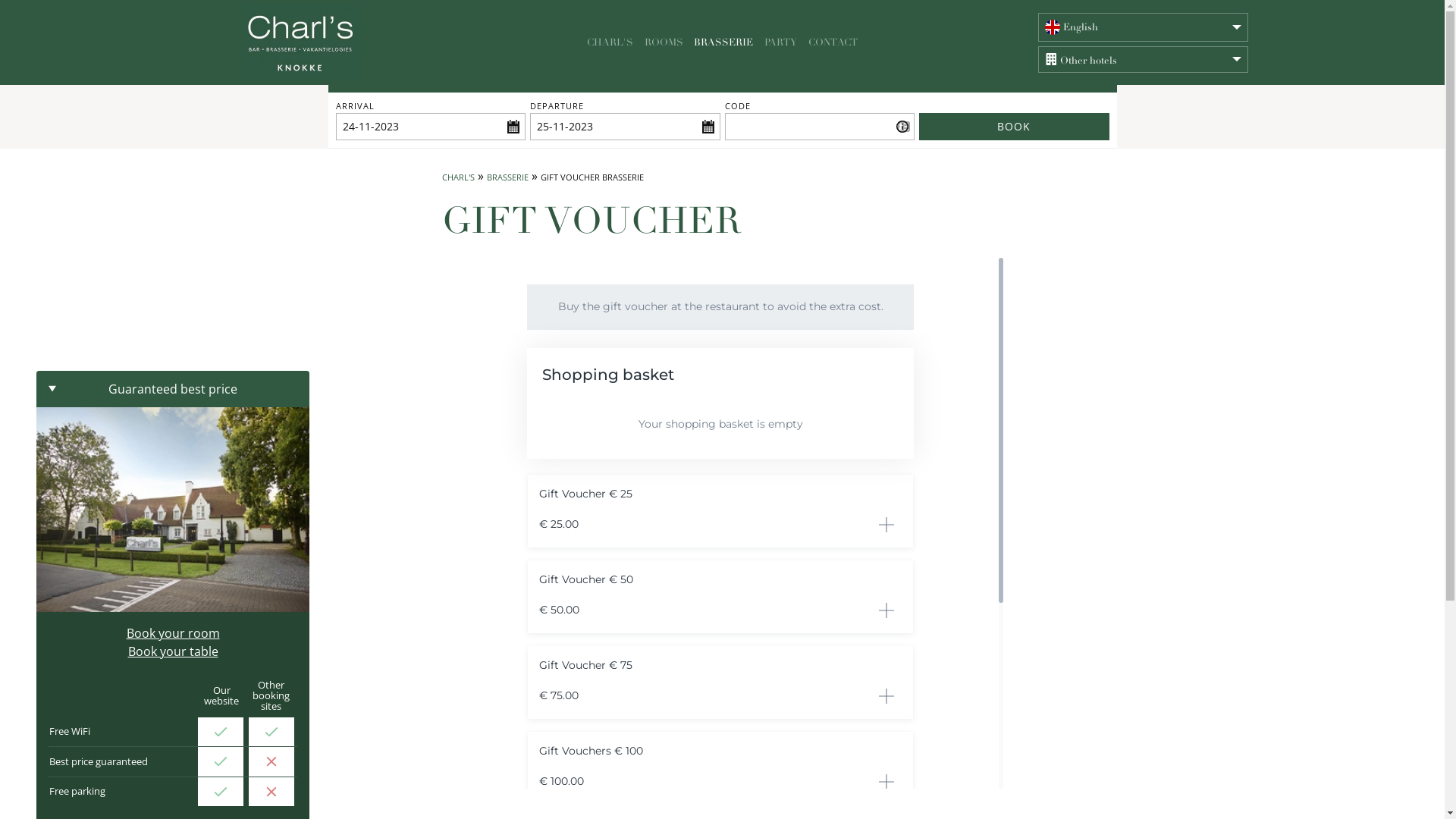 This screenshot has height=819, width=1456. I want to click on 'ROOMS', so click(664, 42).